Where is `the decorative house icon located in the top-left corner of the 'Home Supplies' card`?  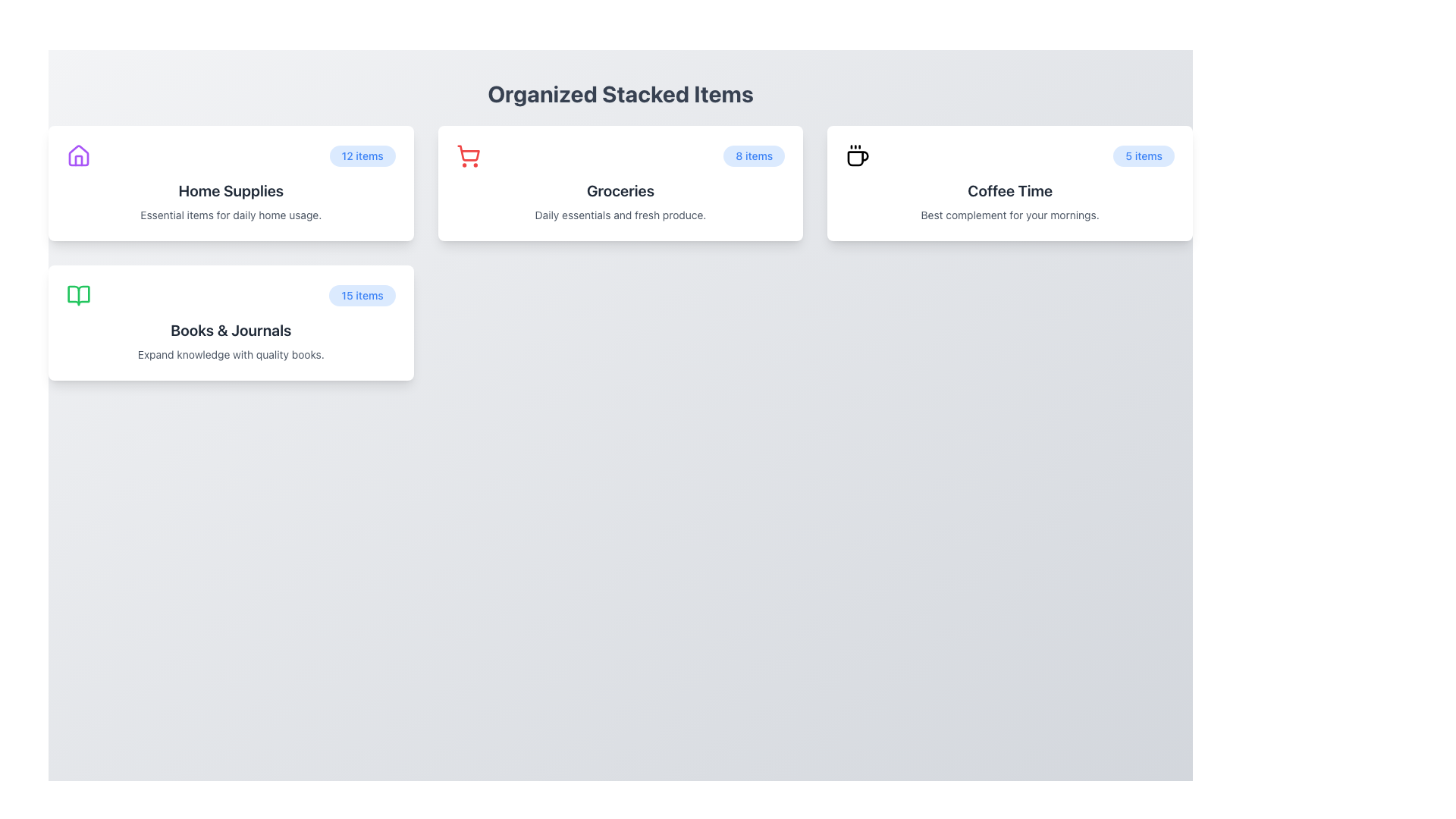
the decorative house icon located in the top-left corner of the 'Home Supplies' card is located at coordinates (78, 155).